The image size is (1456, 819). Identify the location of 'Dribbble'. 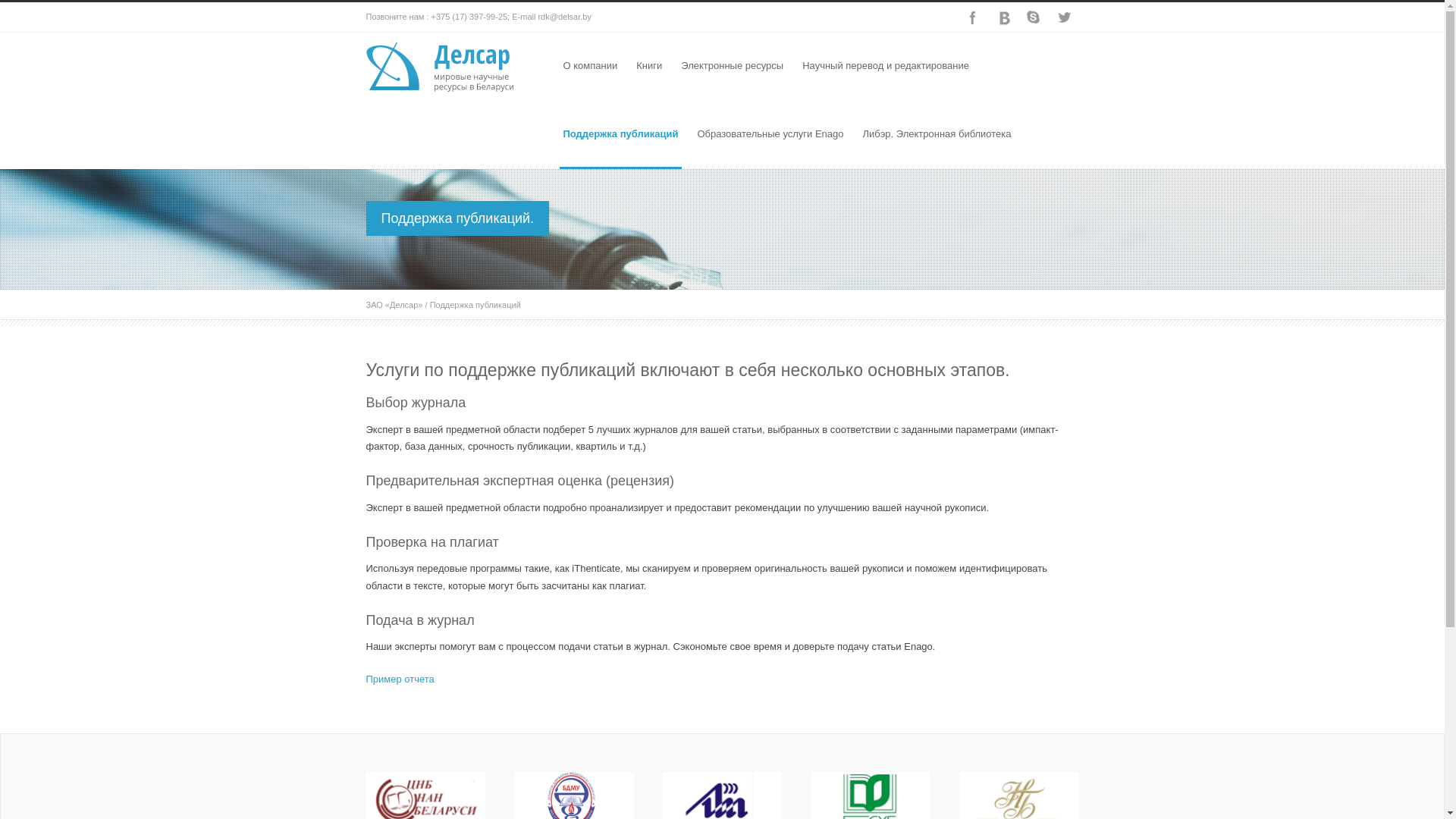
(1002, 17).